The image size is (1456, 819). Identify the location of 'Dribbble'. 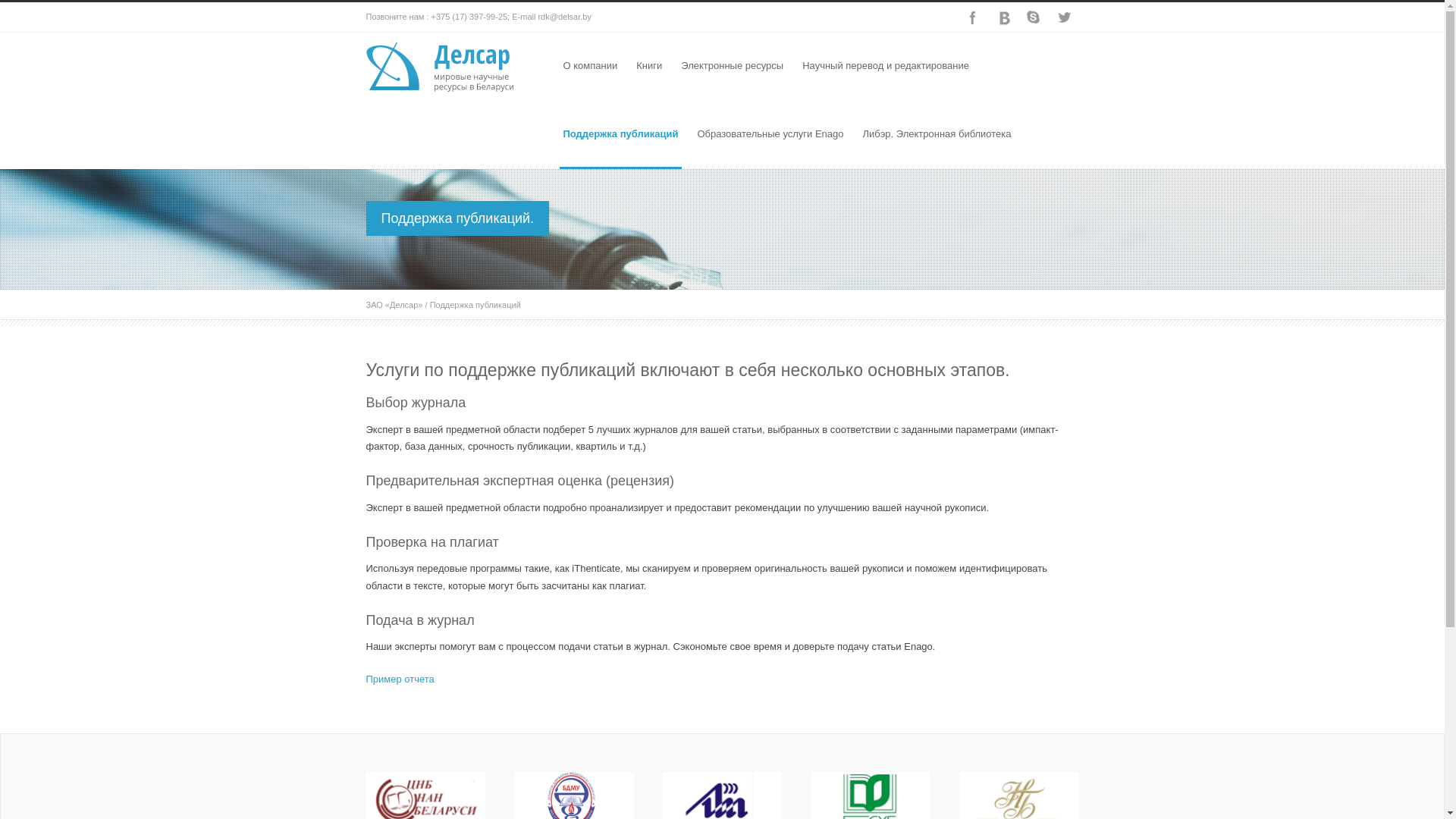
(1002, 17).